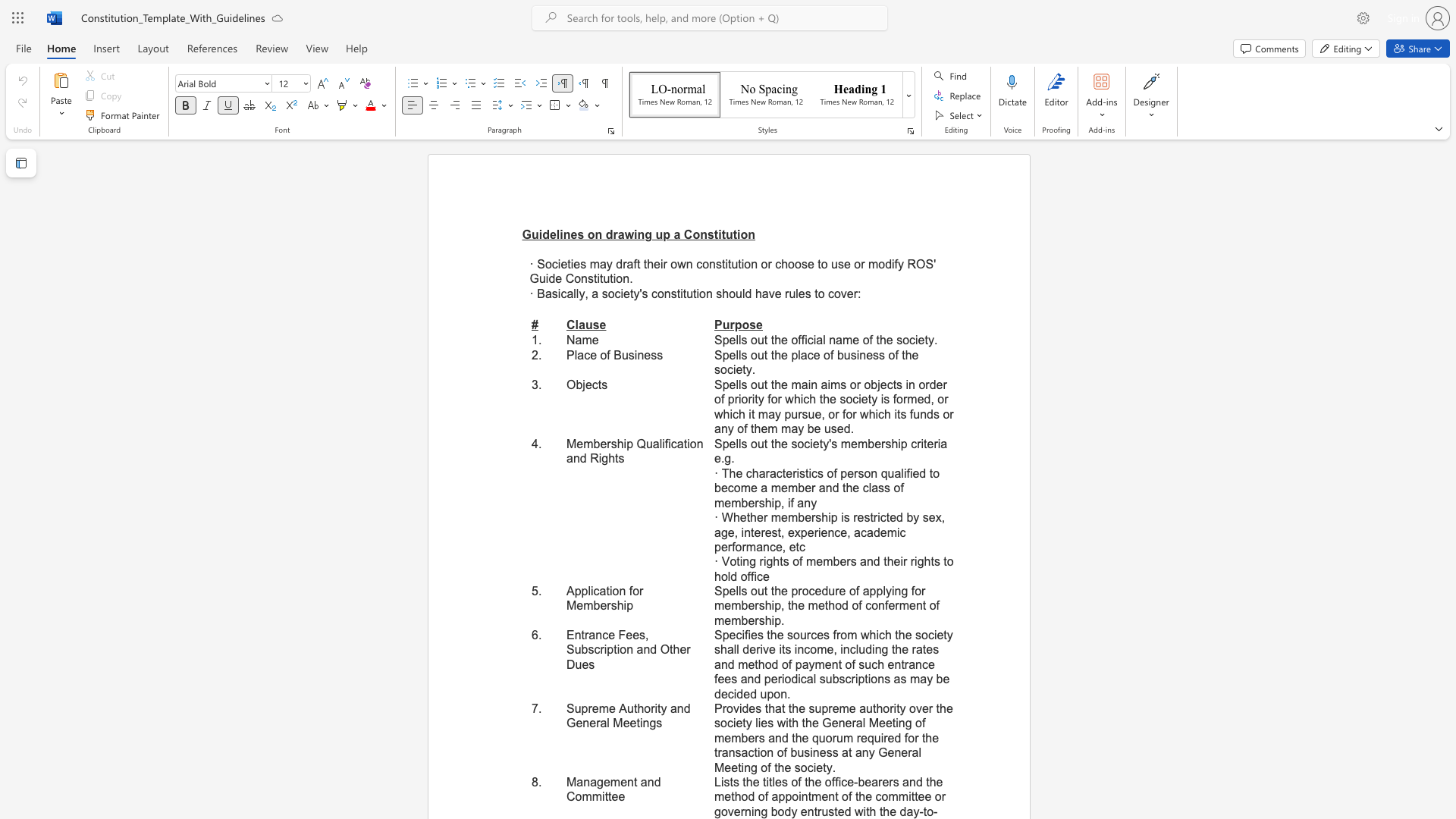 The image size is (1456, 819). Describe the element at coordinates (899, 532) in the screenshot. I see `the subset text "c performance" within the text "· Whether membership is restricted by sex, age, interest, experience, academic performance, etc"` at that location.